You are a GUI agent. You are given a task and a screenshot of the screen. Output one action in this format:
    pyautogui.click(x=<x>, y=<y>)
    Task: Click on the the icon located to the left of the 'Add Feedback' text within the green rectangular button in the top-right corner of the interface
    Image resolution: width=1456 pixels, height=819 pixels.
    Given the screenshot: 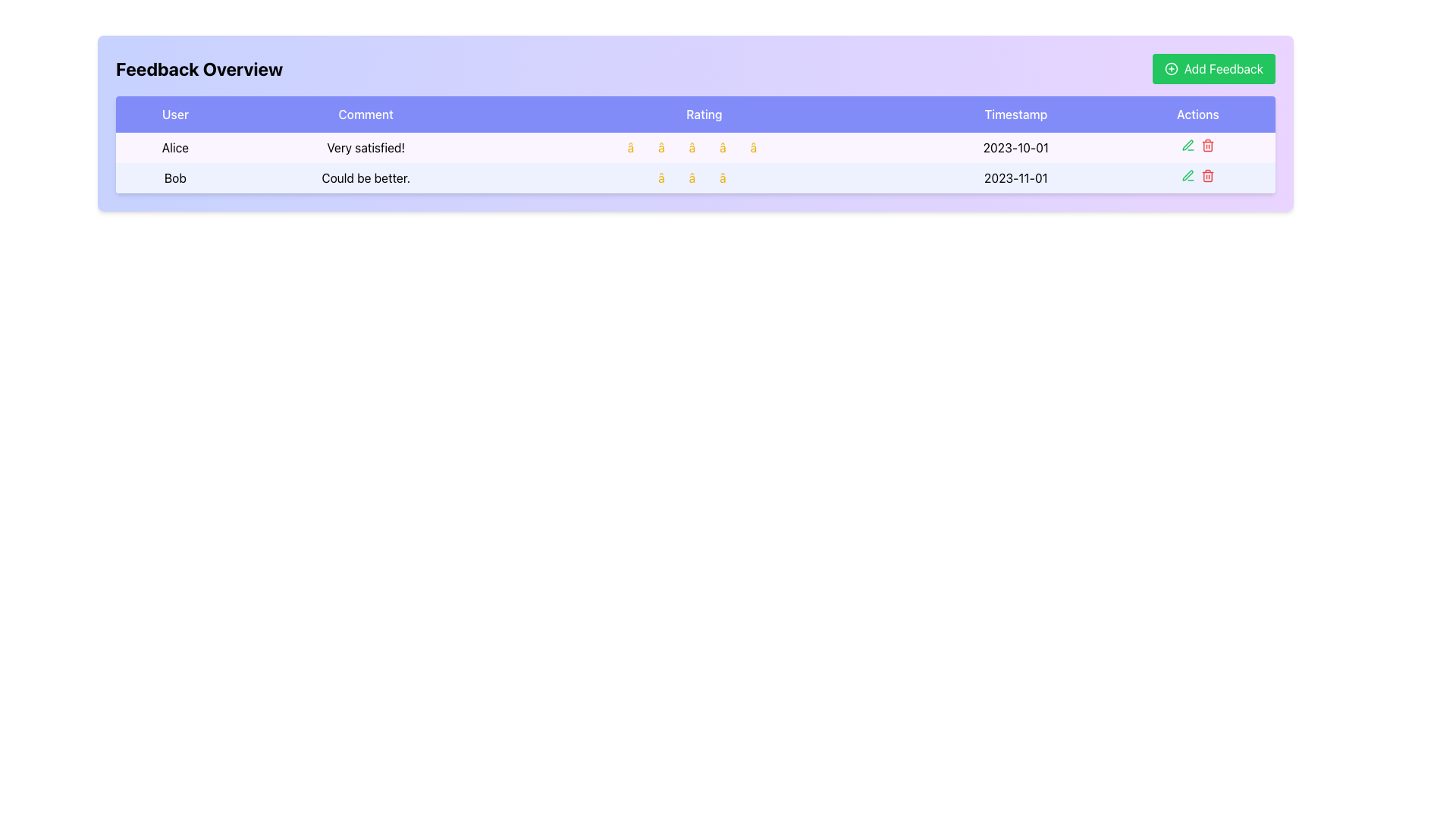 What is the action you would take?
    pyautogui.click(x=1170, y=69)
    